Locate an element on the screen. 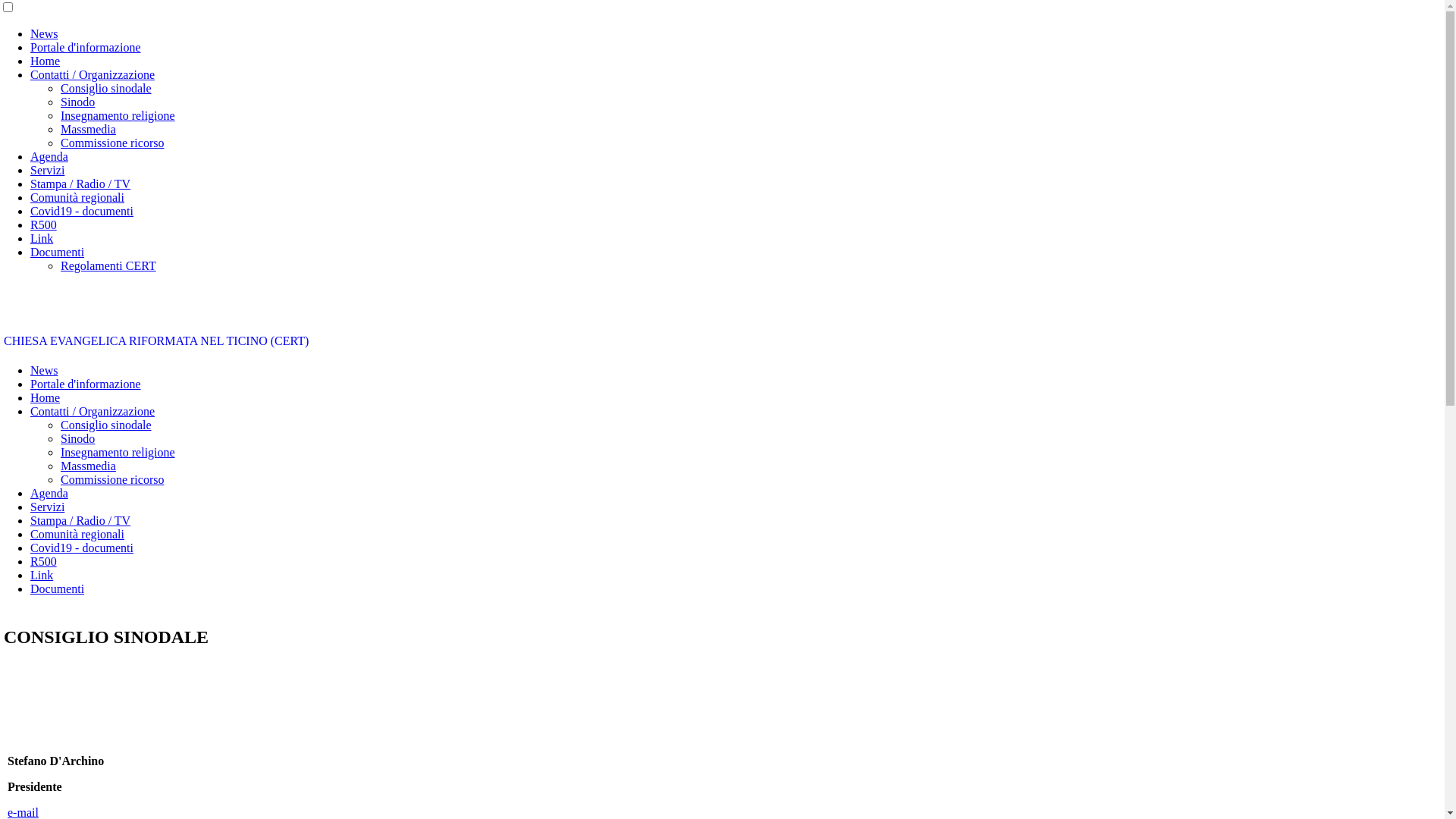  'News' is located at coordinates (43, 370).